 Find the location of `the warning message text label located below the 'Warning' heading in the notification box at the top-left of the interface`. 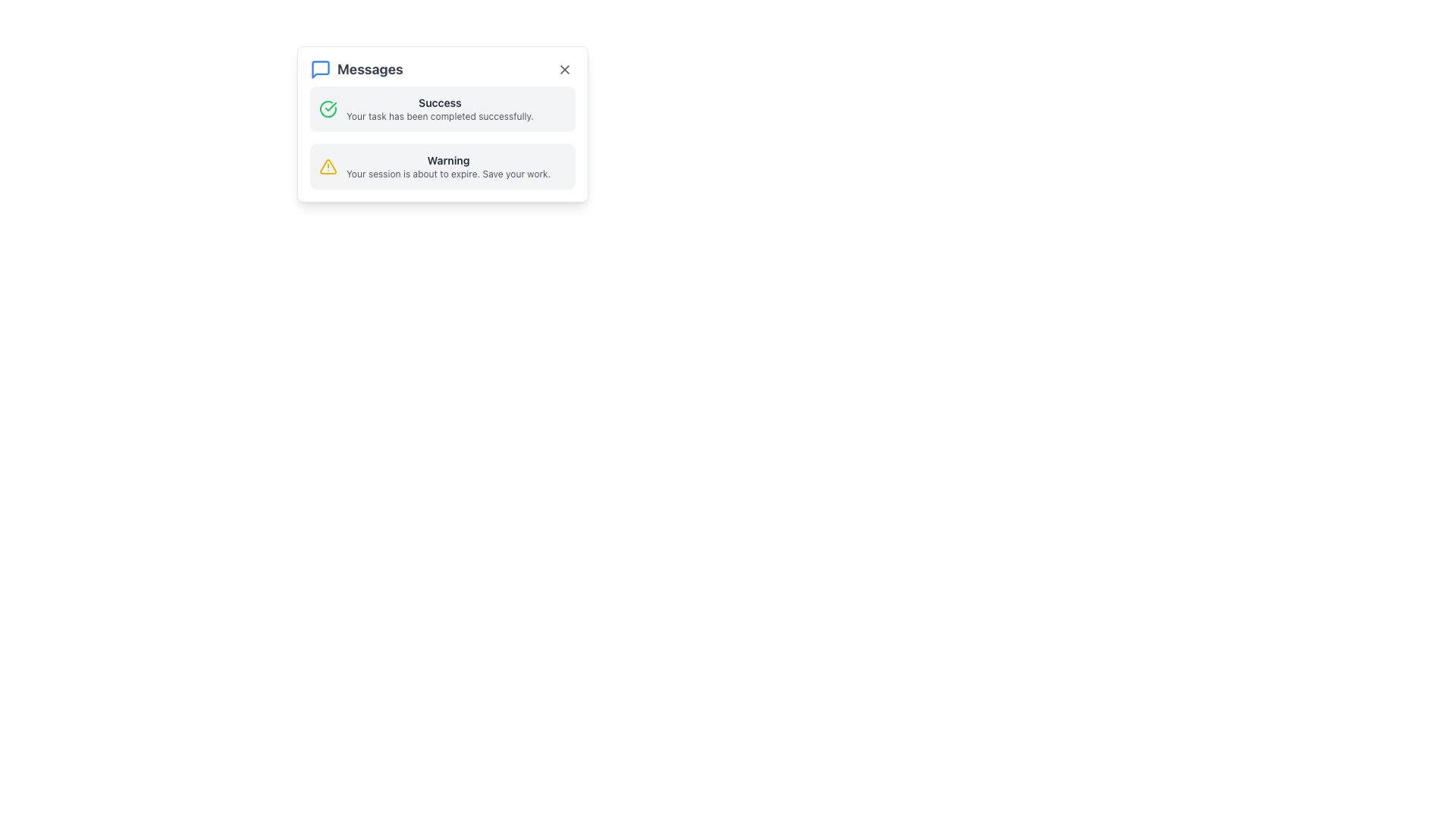

the warning message text label located below the 'Warning' heading in the notification box at the top-left of the interface is located at coordinates (447, 174).